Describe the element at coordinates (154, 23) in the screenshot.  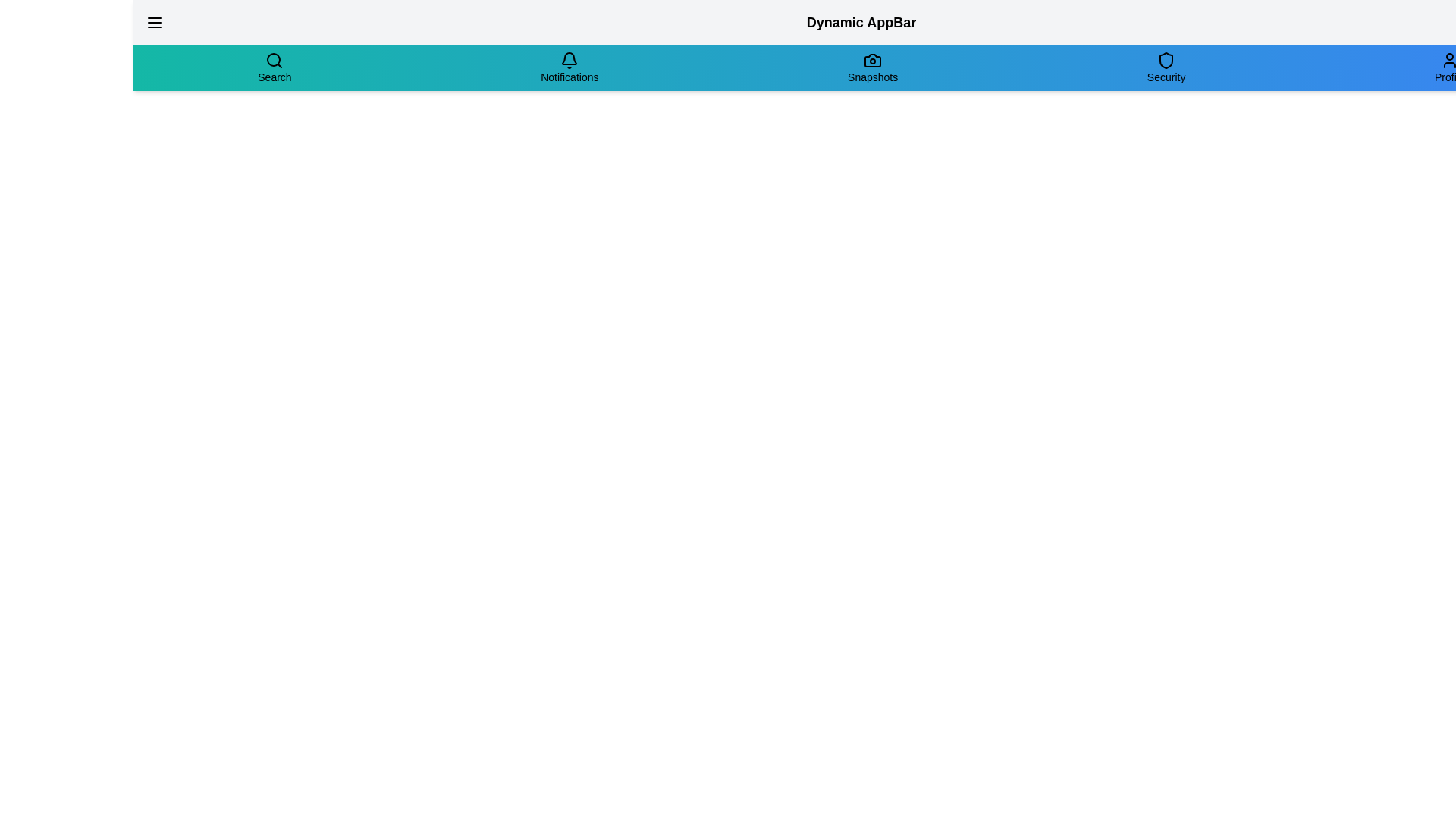
I see `the menu button to toggle the menu expansion state` at that location.